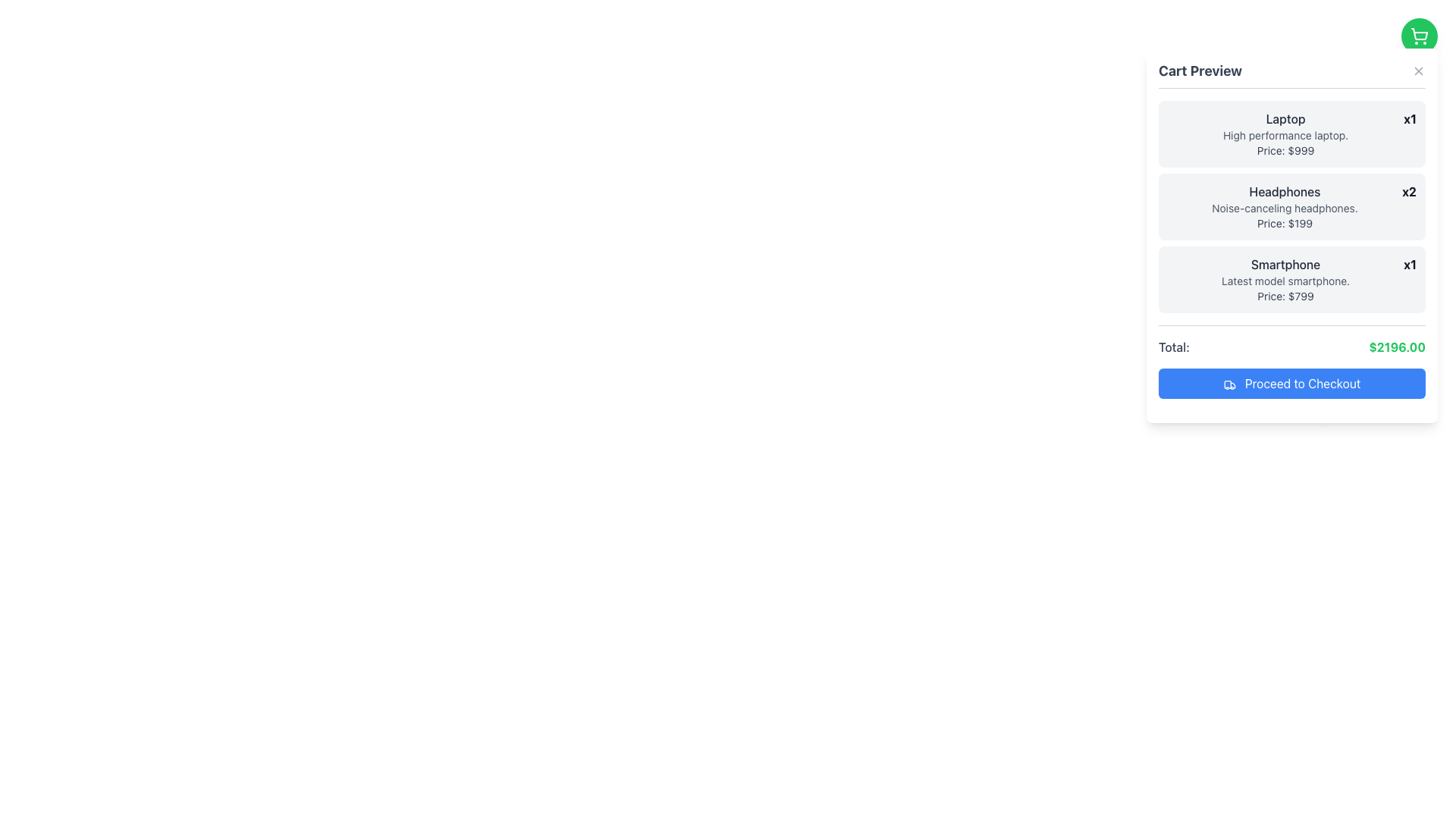 This screenshot has width=1456, height=819. I want to click on the text label that provides detailed information about the product 'Smartphone', positioned between the title 'Smartphone' and the price information 'Price: $799', so click(1285, 281).